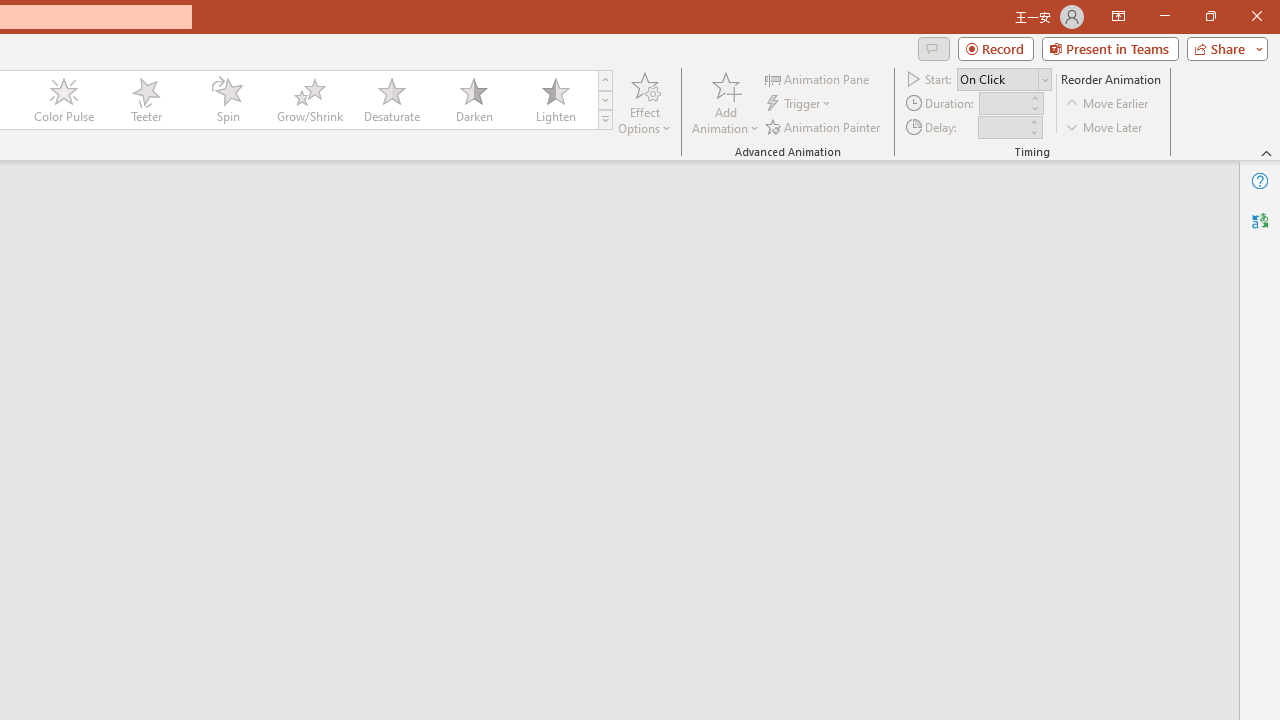 The width and height of the screenshot is (1280, 720). Describe the element at coordinates (308, 100) in the screenshot. I see `'Grow/Shrink'` at that location.